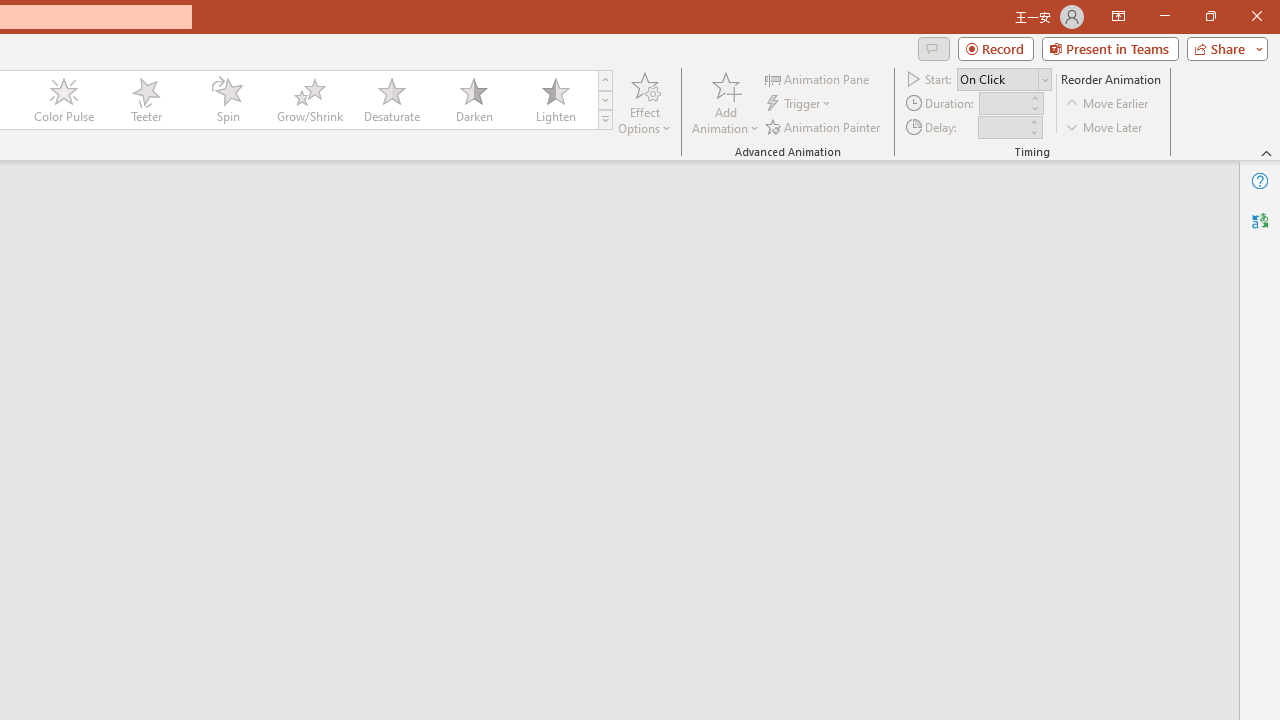 The width and height of the screenshot is (1280, 720). Describe the element at coordinates (308, 100) in the screenshot. I see `'Grow/Shrink'` at that location.